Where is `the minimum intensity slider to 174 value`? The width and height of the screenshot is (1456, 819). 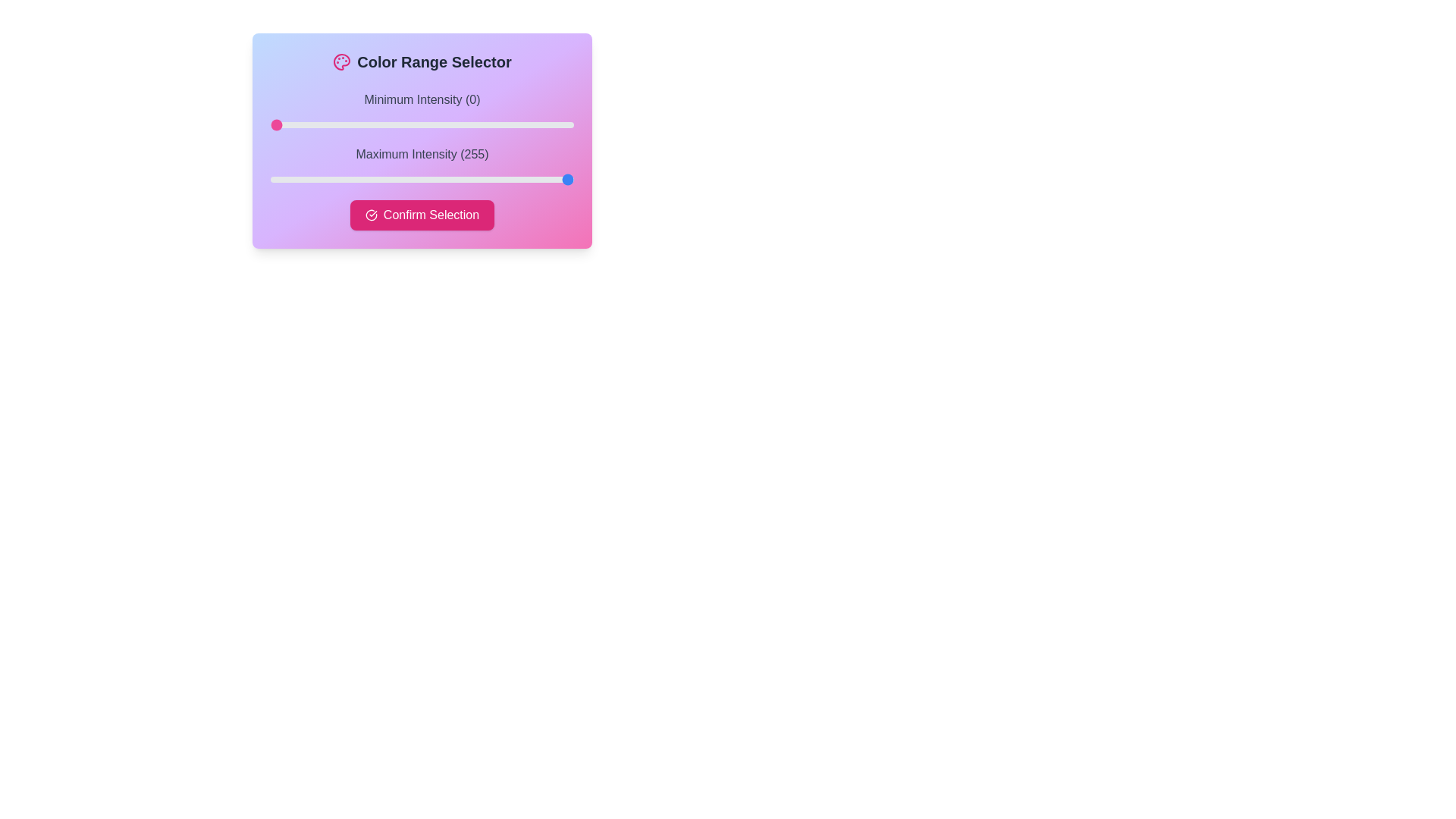
the minimum intensity slider to 174 value is located at coordinates (476, 124).